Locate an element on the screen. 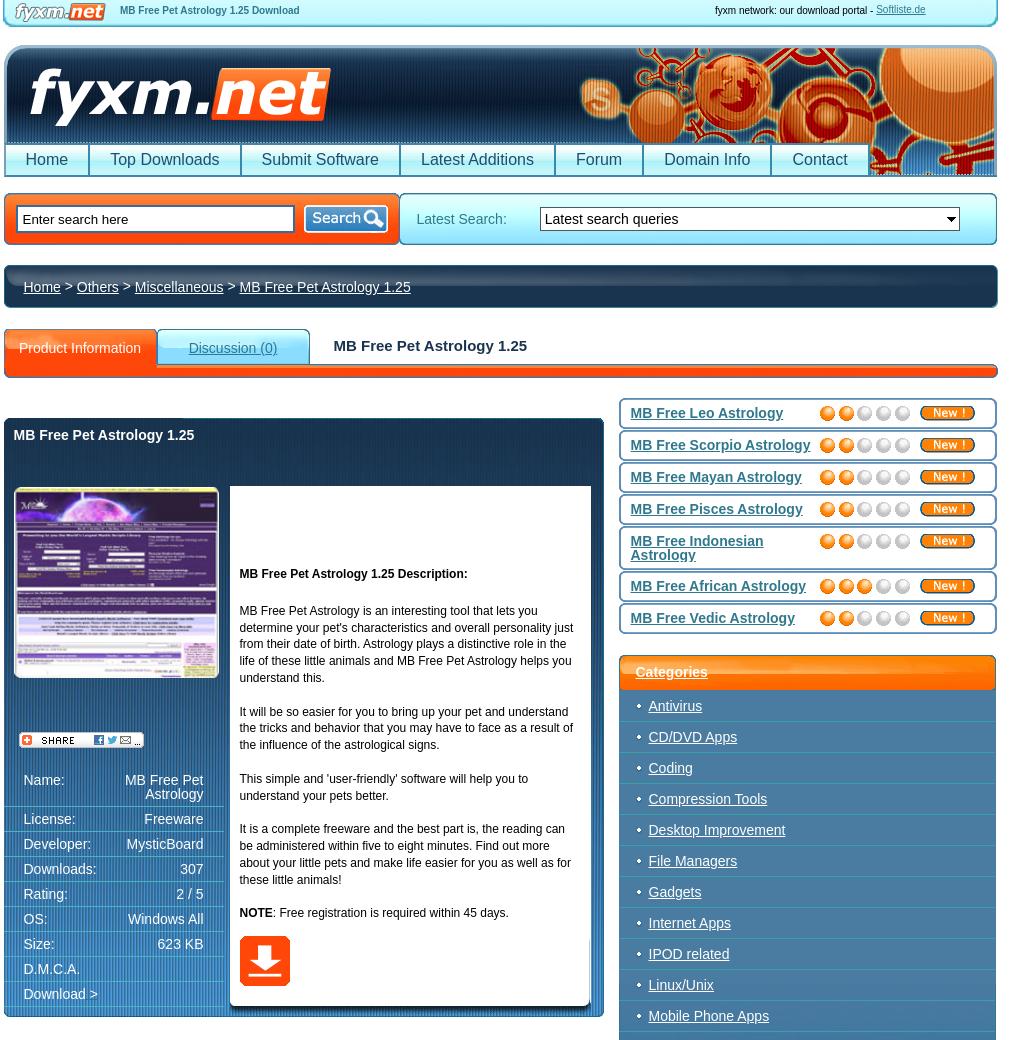 The image size is (1016, 1040). 'Related searches:' is located at coordinates (238, 950).